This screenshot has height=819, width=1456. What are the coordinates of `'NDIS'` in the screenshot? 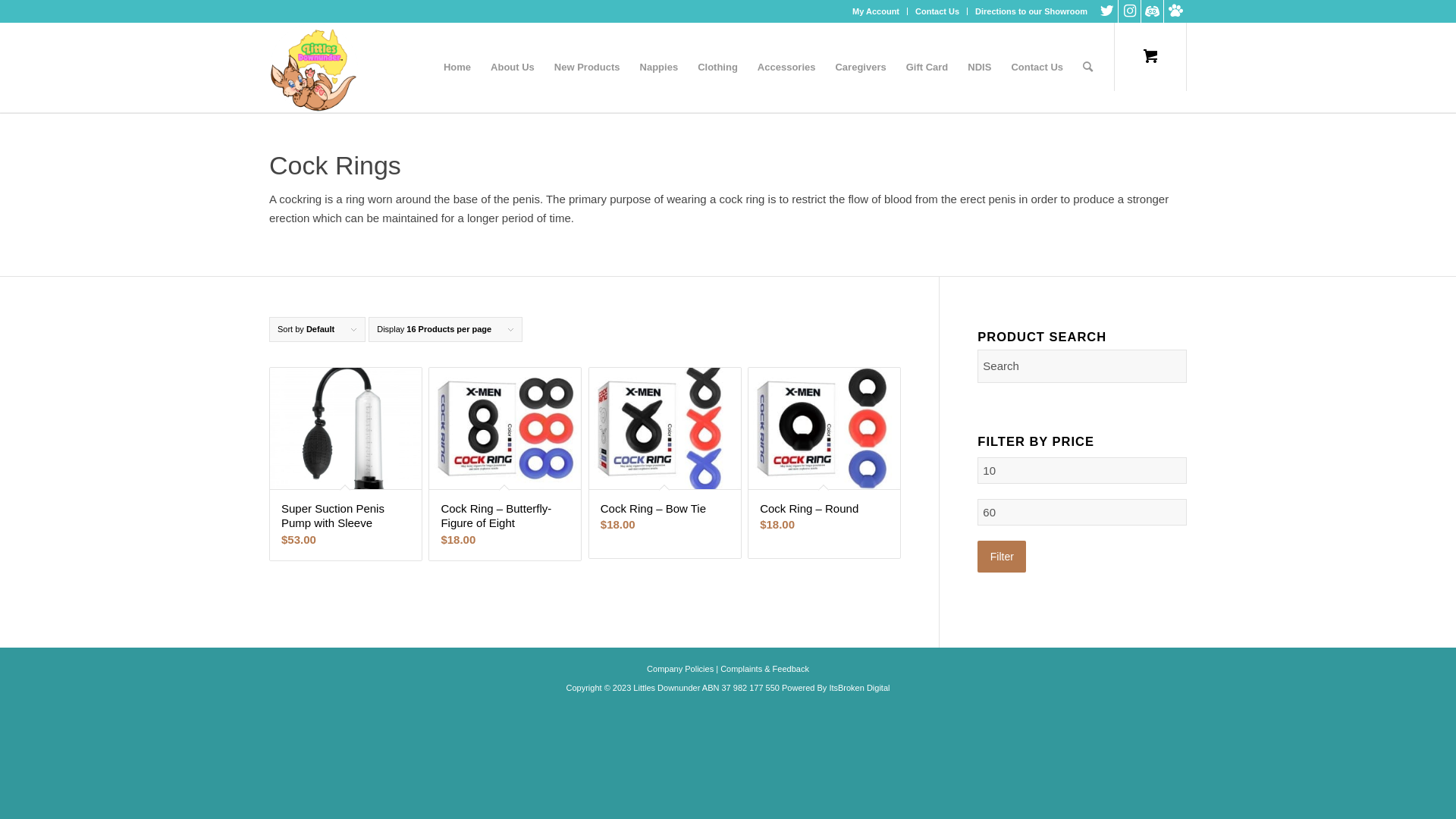 It's located at (979, 66).